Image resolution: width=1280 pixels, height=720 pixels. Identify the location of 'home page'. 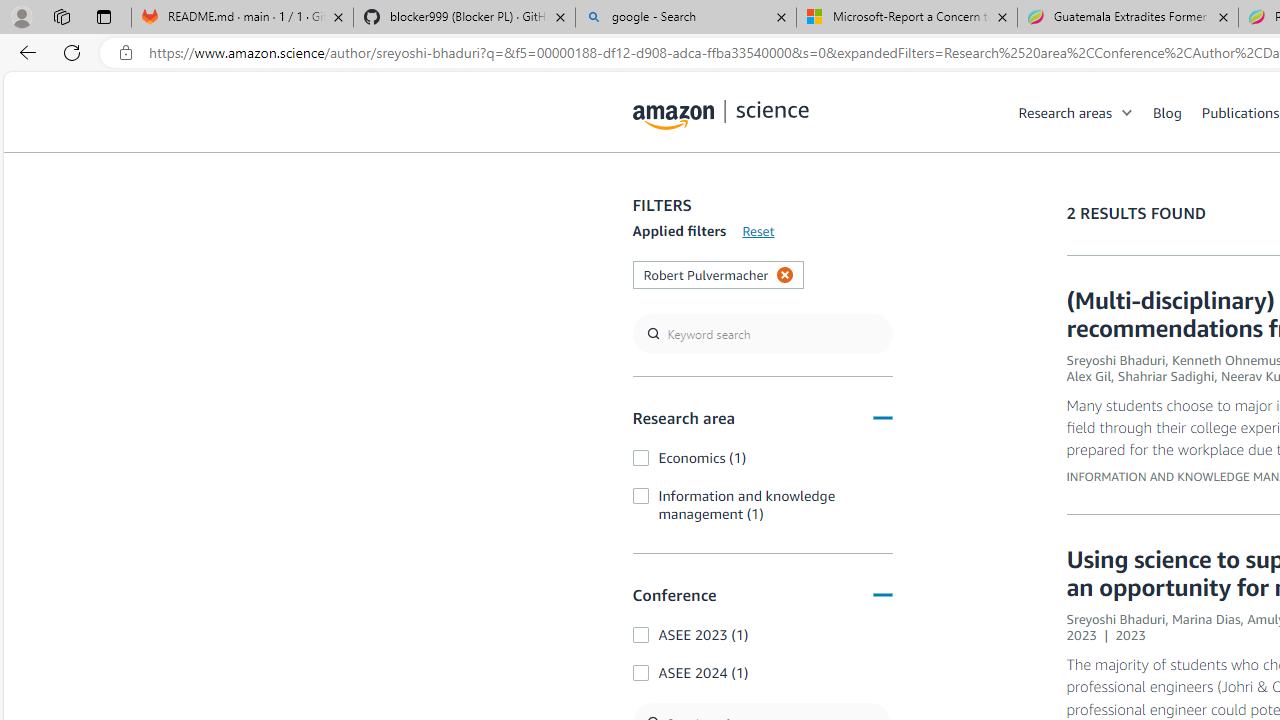
(720, 110).